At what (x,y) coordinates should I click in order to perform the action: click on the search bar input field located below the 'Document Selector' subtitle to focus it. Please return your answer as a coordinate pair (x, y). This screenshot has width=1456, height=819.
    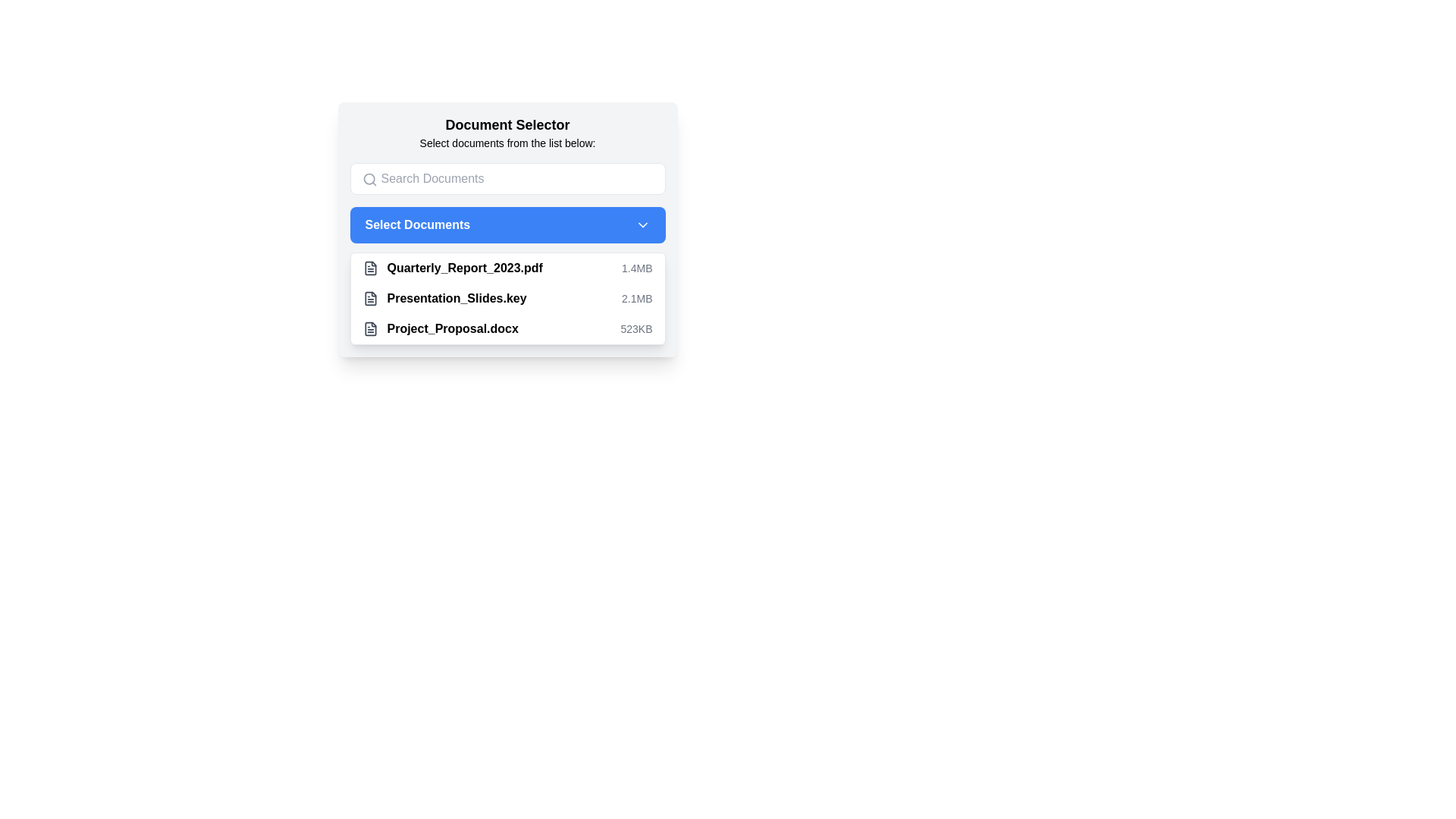
    Looking at the image, I should click on (507, 177).